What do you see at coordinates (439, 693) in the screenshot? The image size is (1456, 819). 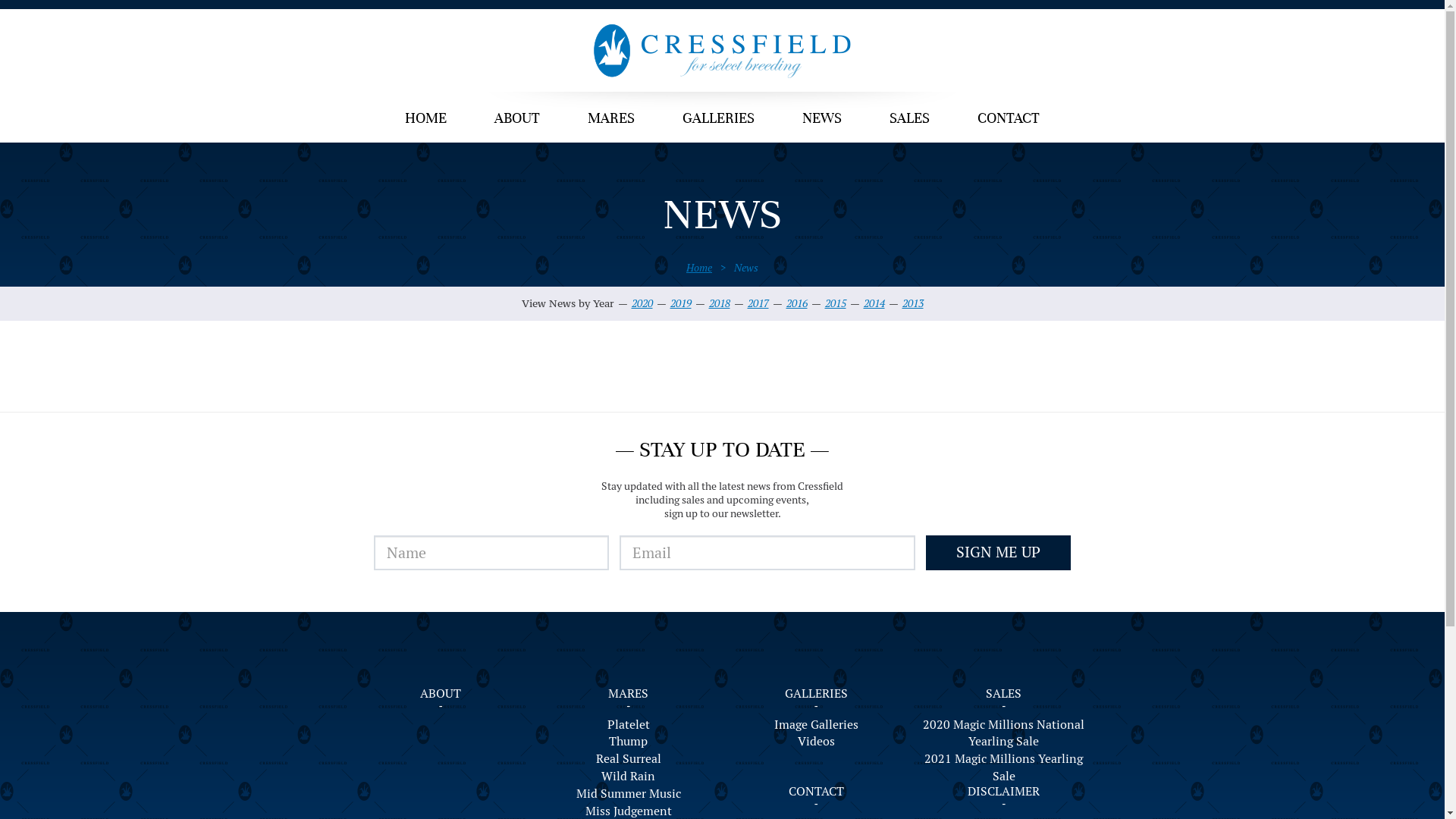 I see `'ABOUT'` at bounding box center [439, 693].